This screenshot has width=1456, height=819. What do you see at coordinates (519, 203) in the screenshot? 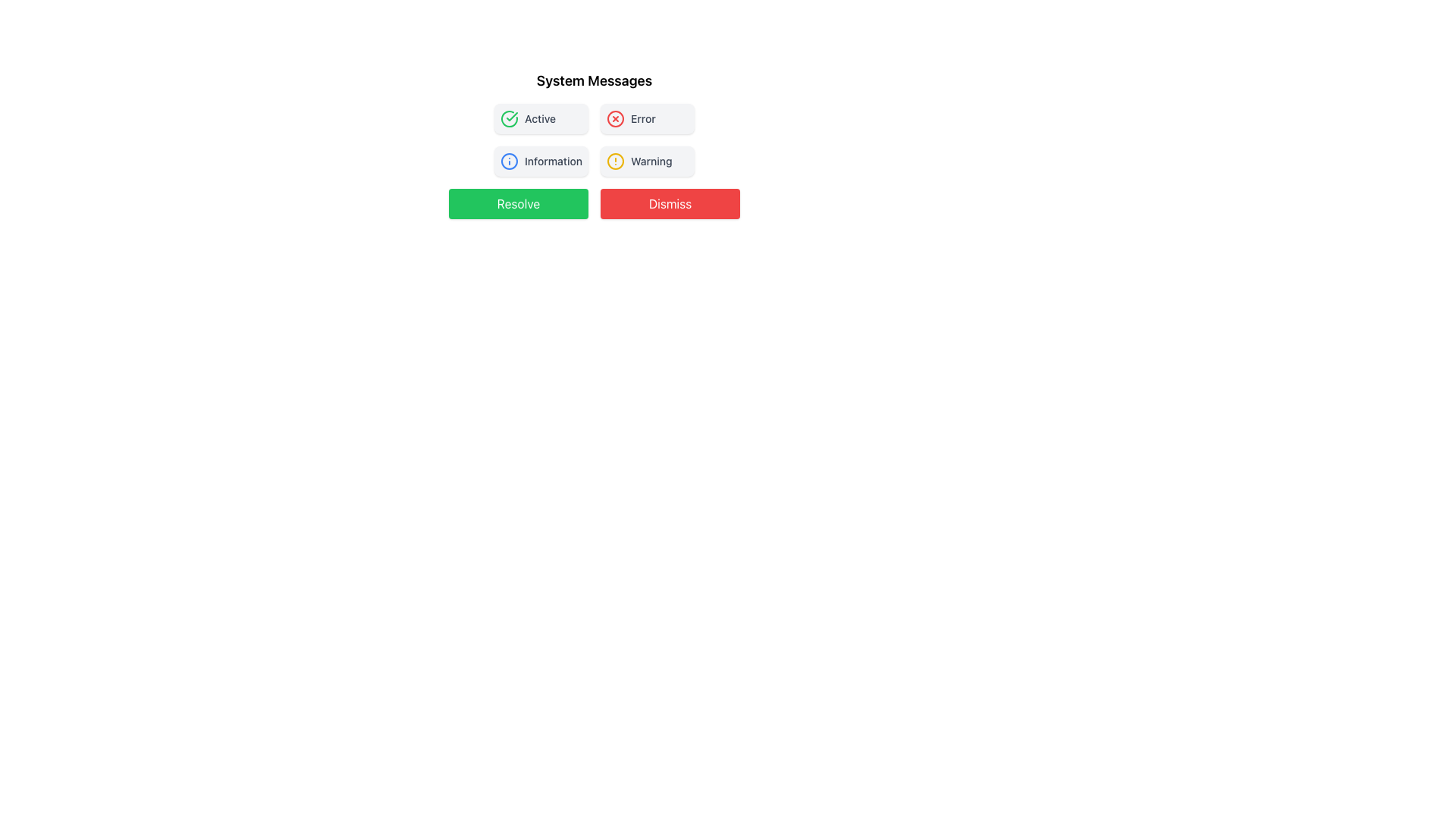
I see `the 'Resolve' button, which is a green button with white text` at bounding box center [519, 203].